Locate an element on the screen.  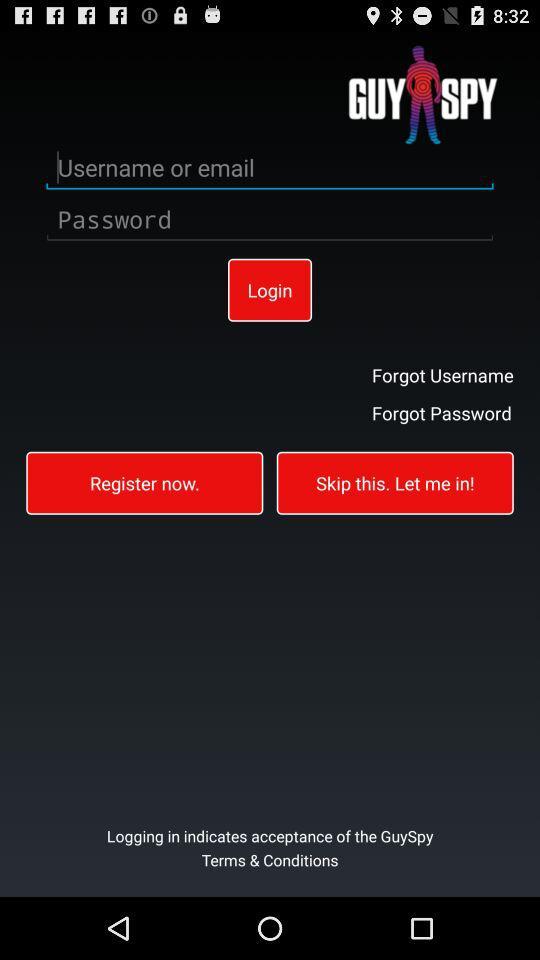
the skip this let item is located at coordinates (395, 481).